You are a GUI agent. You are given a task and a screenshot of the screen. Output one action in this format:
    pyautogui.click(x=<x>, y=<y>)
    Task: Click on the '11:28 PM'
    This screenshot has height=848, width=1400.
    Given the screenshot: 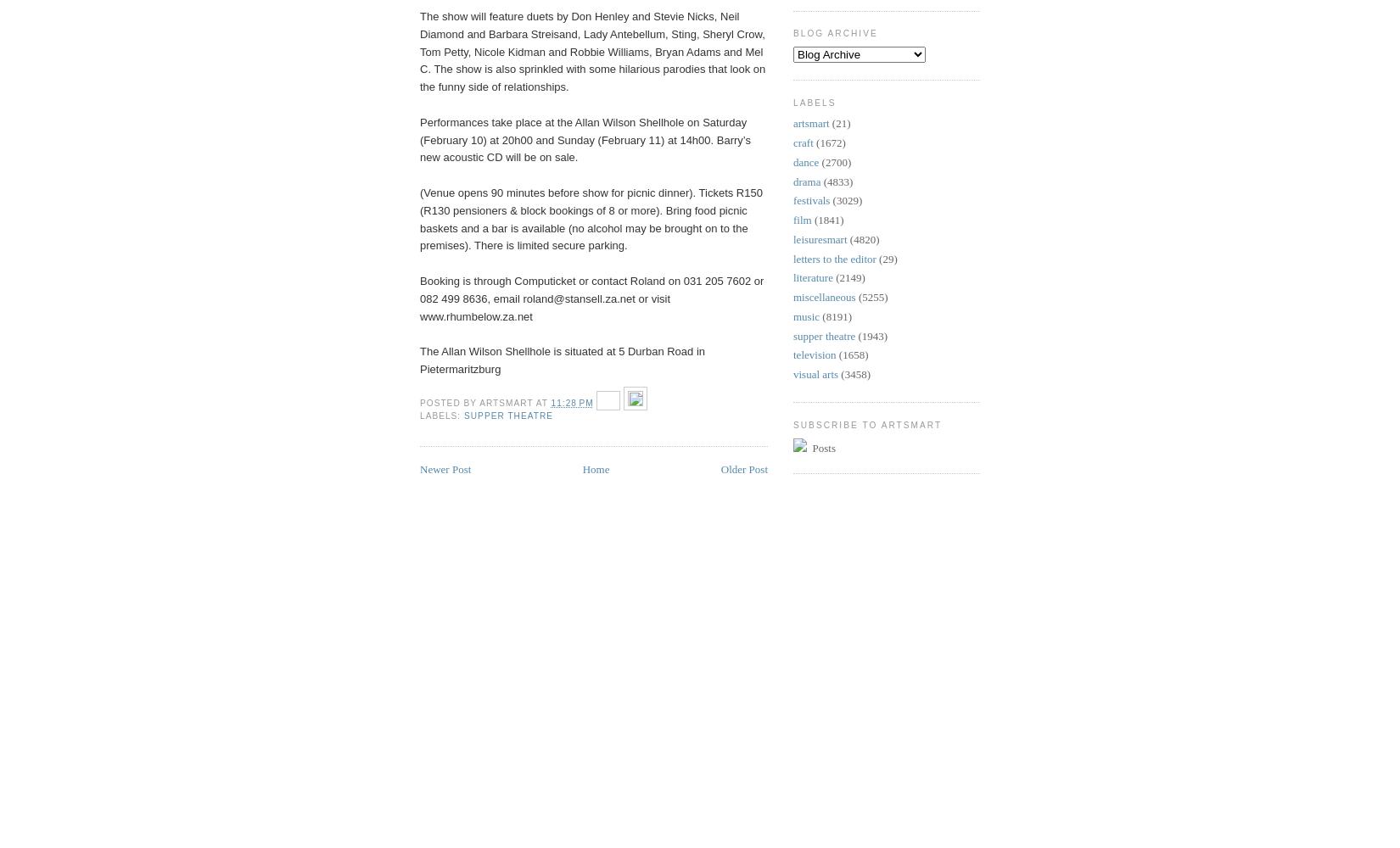 What is the action you would take?
    pyautogui.click(x=571, y=402)
    